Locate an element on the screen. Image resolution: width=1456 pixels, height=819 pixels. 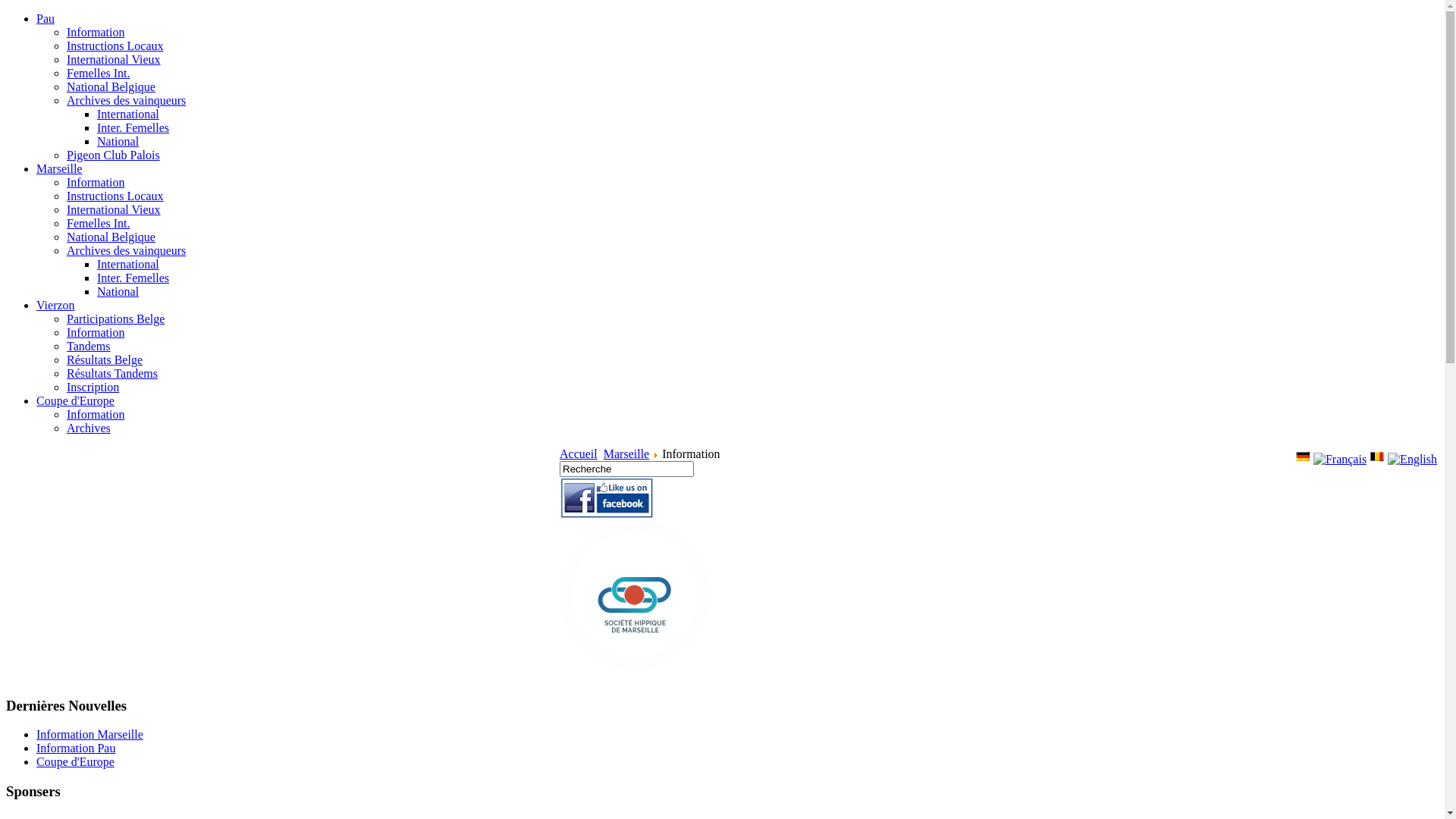
'Vierzon' is located at coordinates (55, 305).